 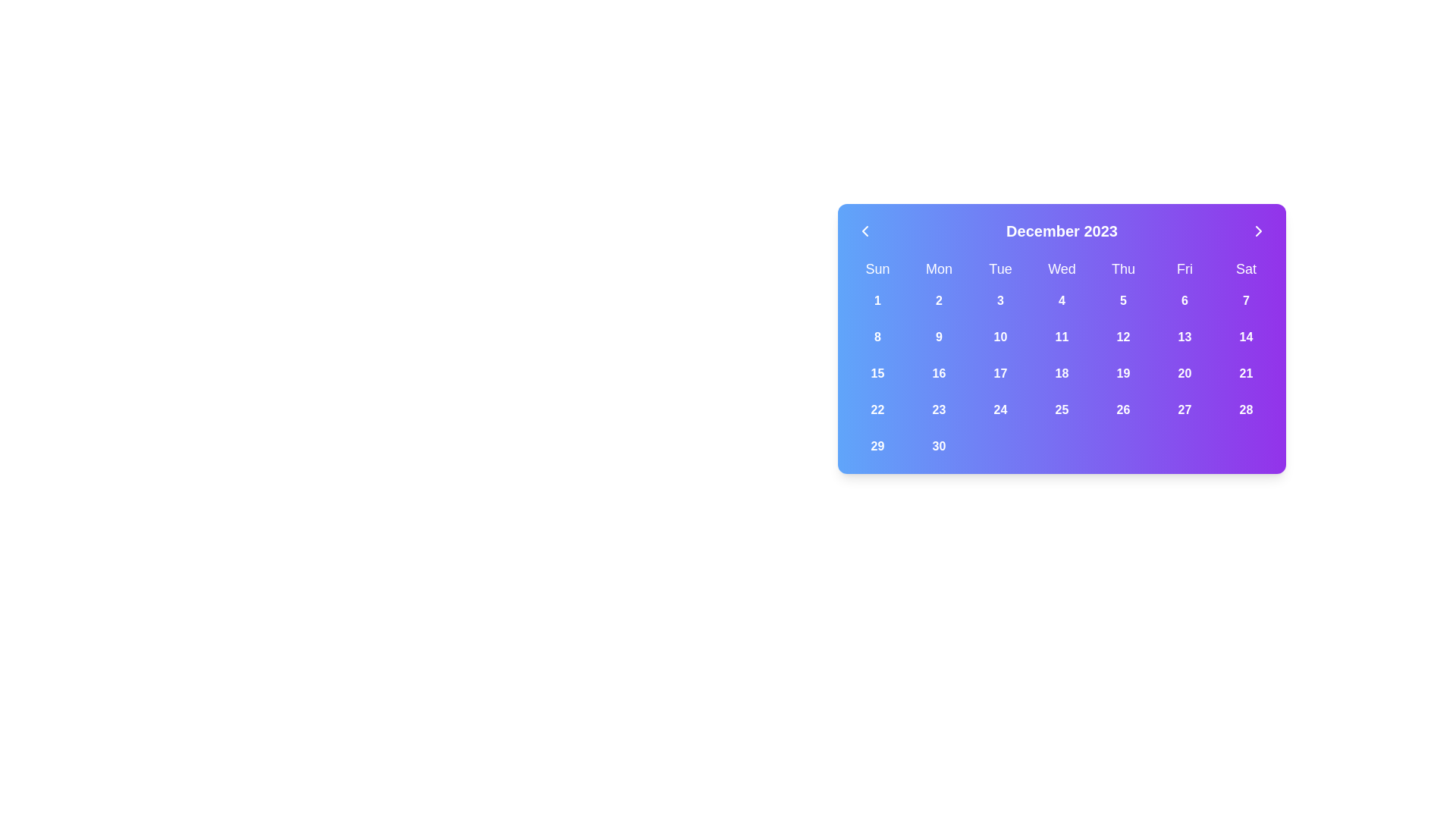 What do you see at coordinates (877, 301) in the screenshot?
I see `the clickable calendar day cell representing the first day of the month under the 'Sun' header` at bounding box center [877, 301].